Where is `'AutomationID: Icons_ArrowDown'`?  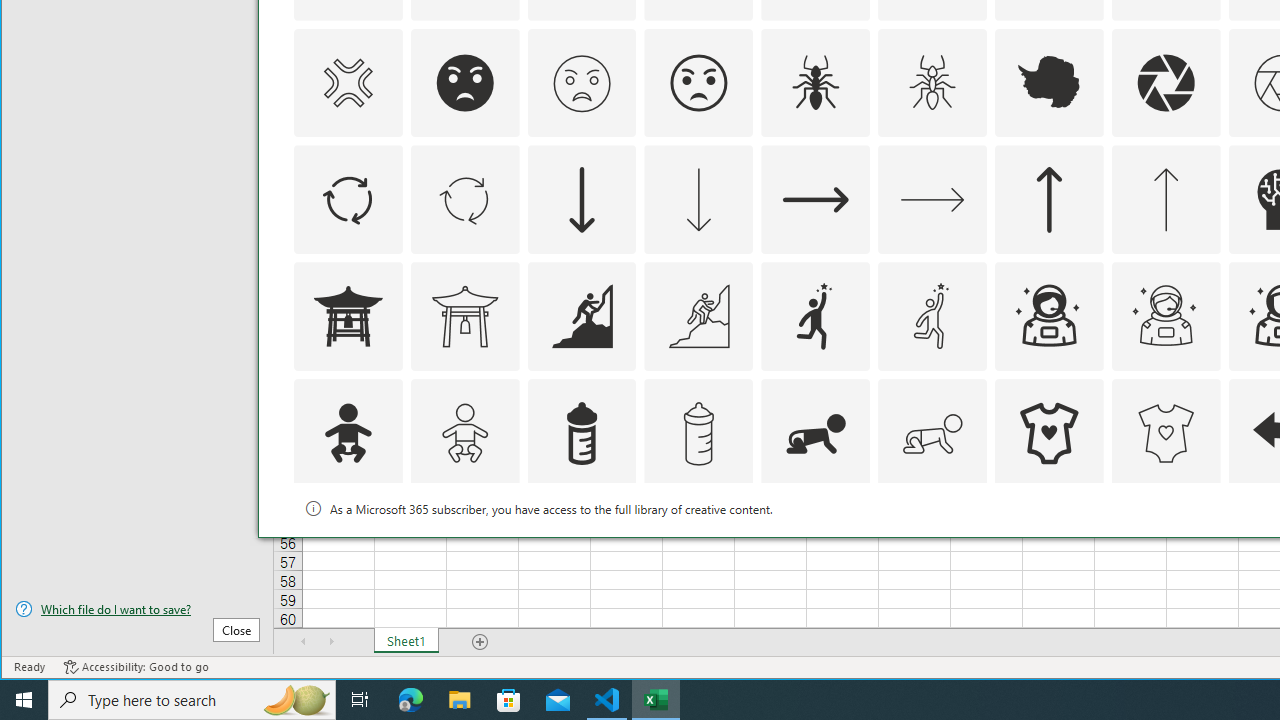 'AutomationID: Icons_ArrowDown' is located at coordinates (581, 200).